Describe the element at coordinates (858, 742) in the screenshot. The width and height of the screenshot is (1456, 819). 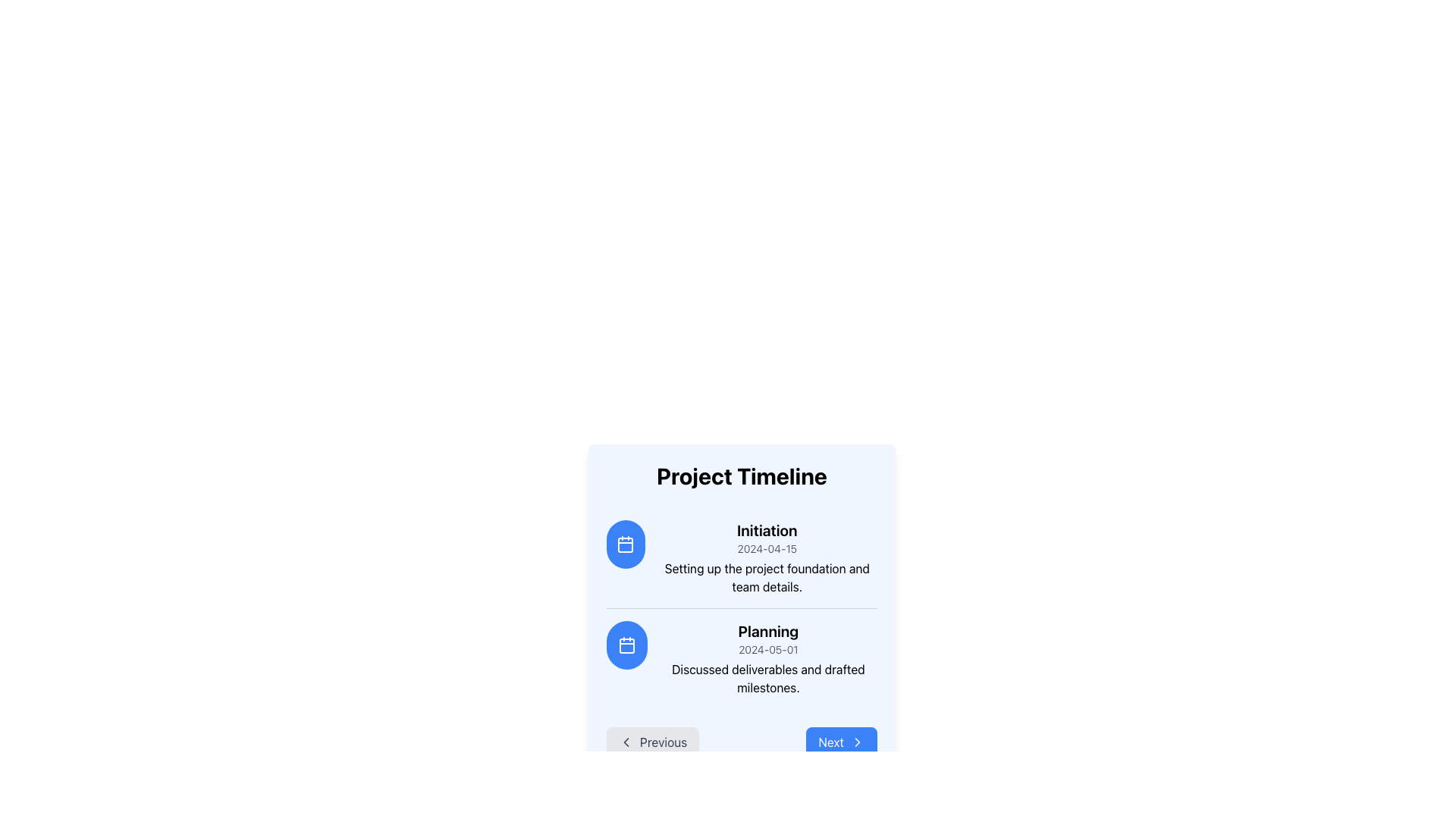
I see `the small triangular-shaped indicator icon, styled as an arrow pointing to the right, positioned centrally in height next to the 'Next' button for directional guidance` at that location.